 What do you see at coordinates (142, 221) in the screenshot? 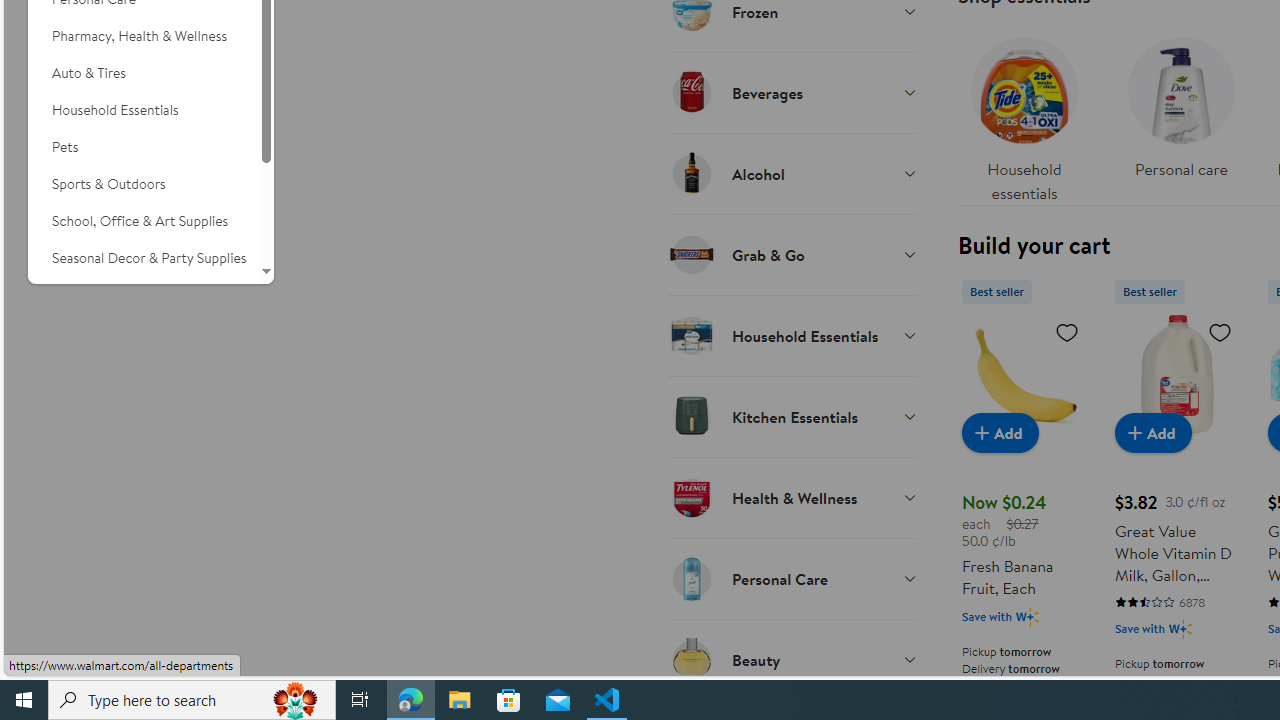
I see `'School, Office & Art Supplies'` at bounding box center [142, 221].